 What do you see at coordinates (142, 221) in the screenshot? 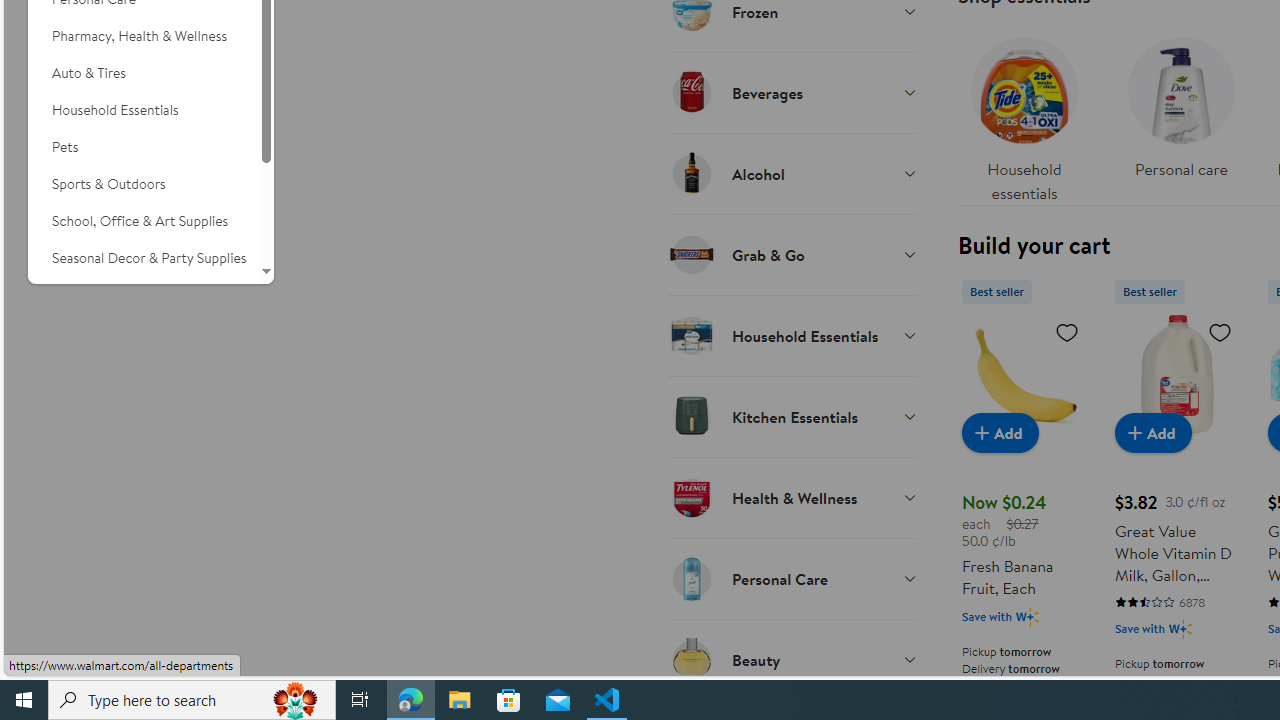
I see `'School, Office & Art Supplies'` at bounding box center [142, 221].